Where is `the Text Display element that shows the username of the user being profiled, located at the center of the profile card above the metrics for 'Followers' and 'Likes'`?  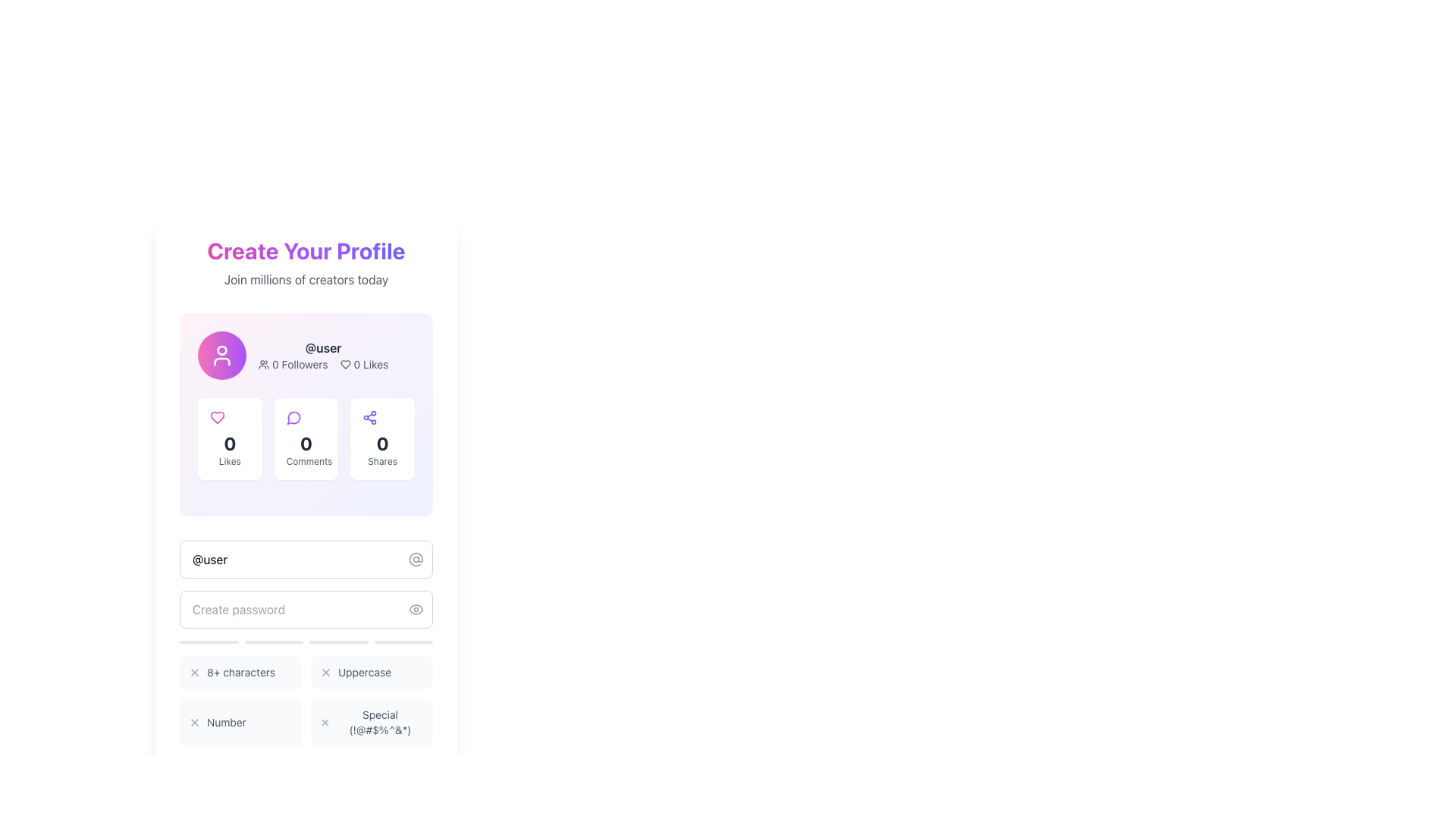
the Text Display element that shows the username of the user being profiled, located at the center of the profile card above the metrics for 'Followers' and 'Likes' is located at coordinates (322, 348).